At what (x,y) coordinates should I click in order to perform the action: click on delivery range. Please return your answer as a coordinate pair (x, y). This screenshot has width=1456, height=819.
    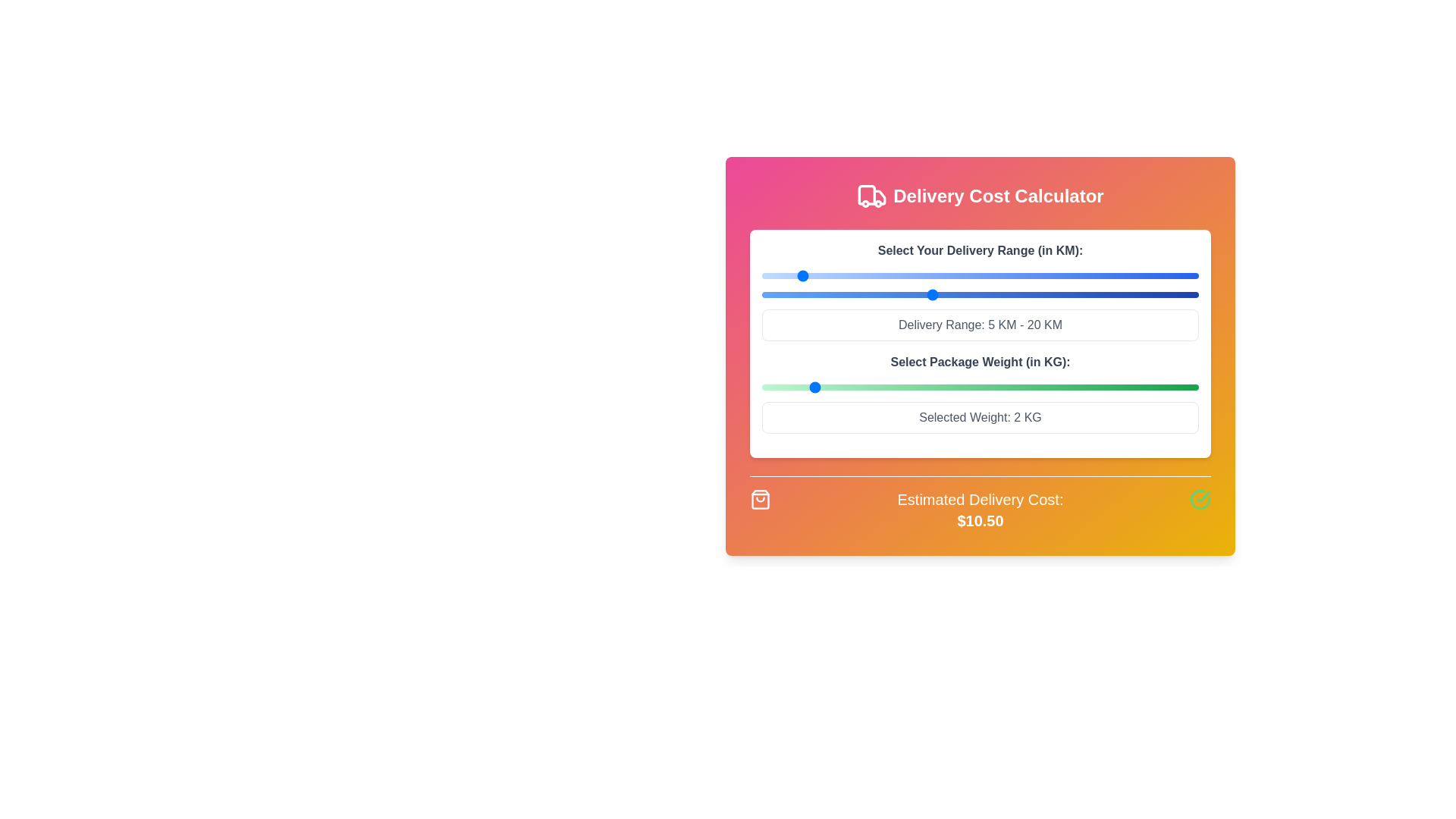
    Looking at the image, I should click on (1046, 295).